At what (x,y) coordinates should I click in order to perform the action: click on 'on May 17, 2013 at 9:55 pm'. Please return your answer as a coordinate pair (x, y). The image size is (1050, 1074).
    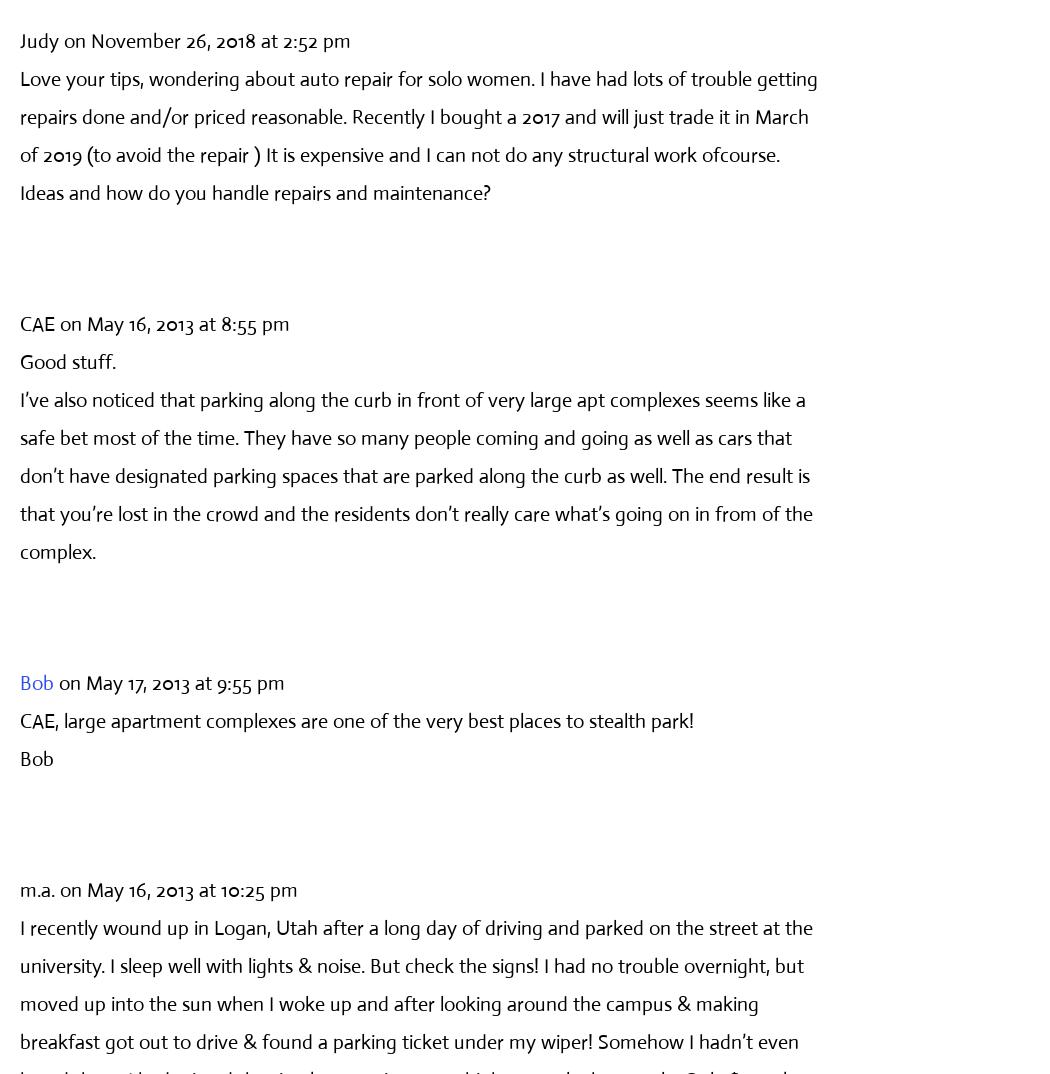
    Looking at the image, I should click on (171, 681).